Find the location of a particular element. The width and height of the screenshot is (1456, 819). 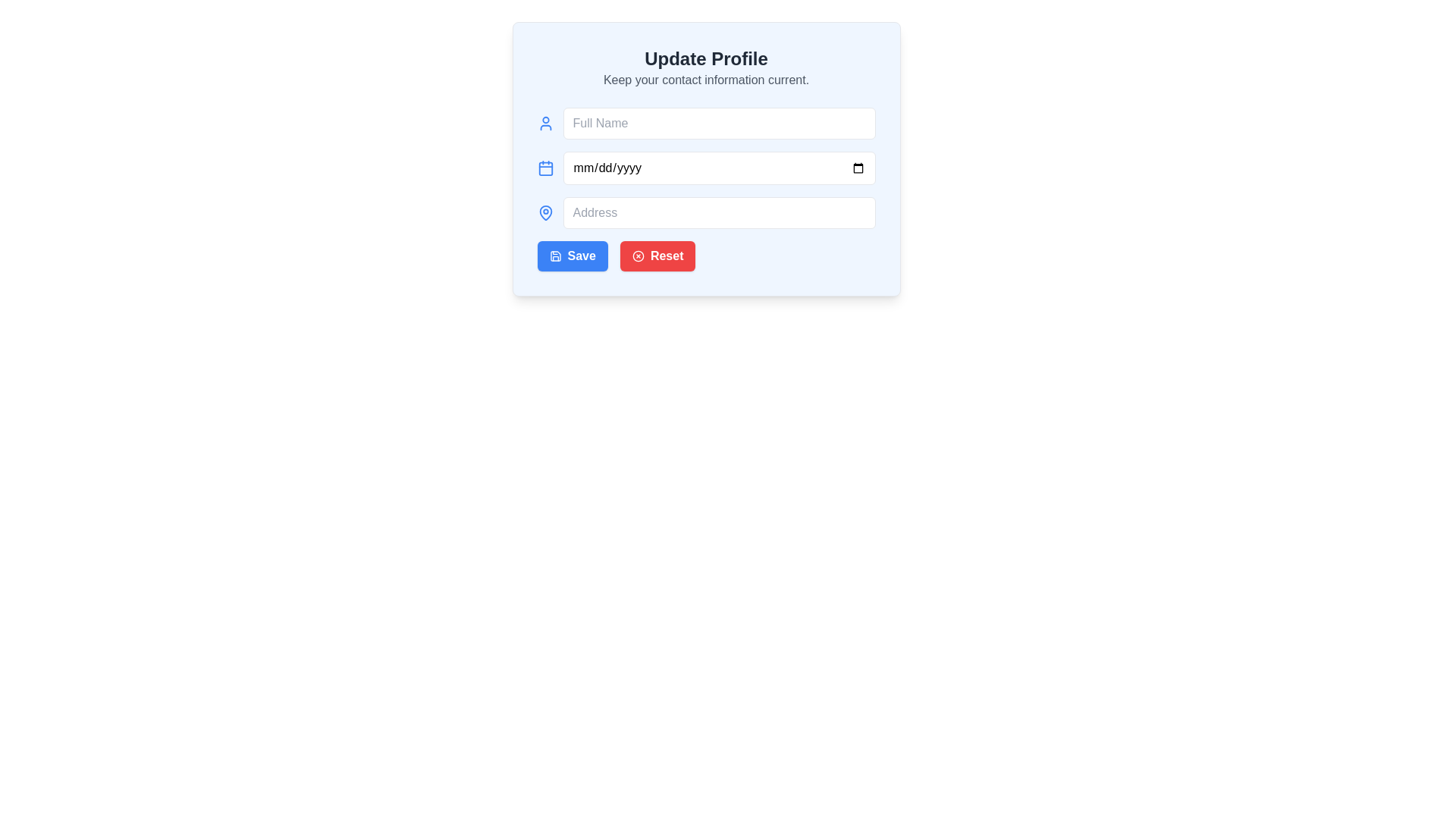

the 'Reset' button which has a red background, white text, and a rounded border, located to the right of the 'Save' button in the dialog interface is located at coordinates (657, 256).